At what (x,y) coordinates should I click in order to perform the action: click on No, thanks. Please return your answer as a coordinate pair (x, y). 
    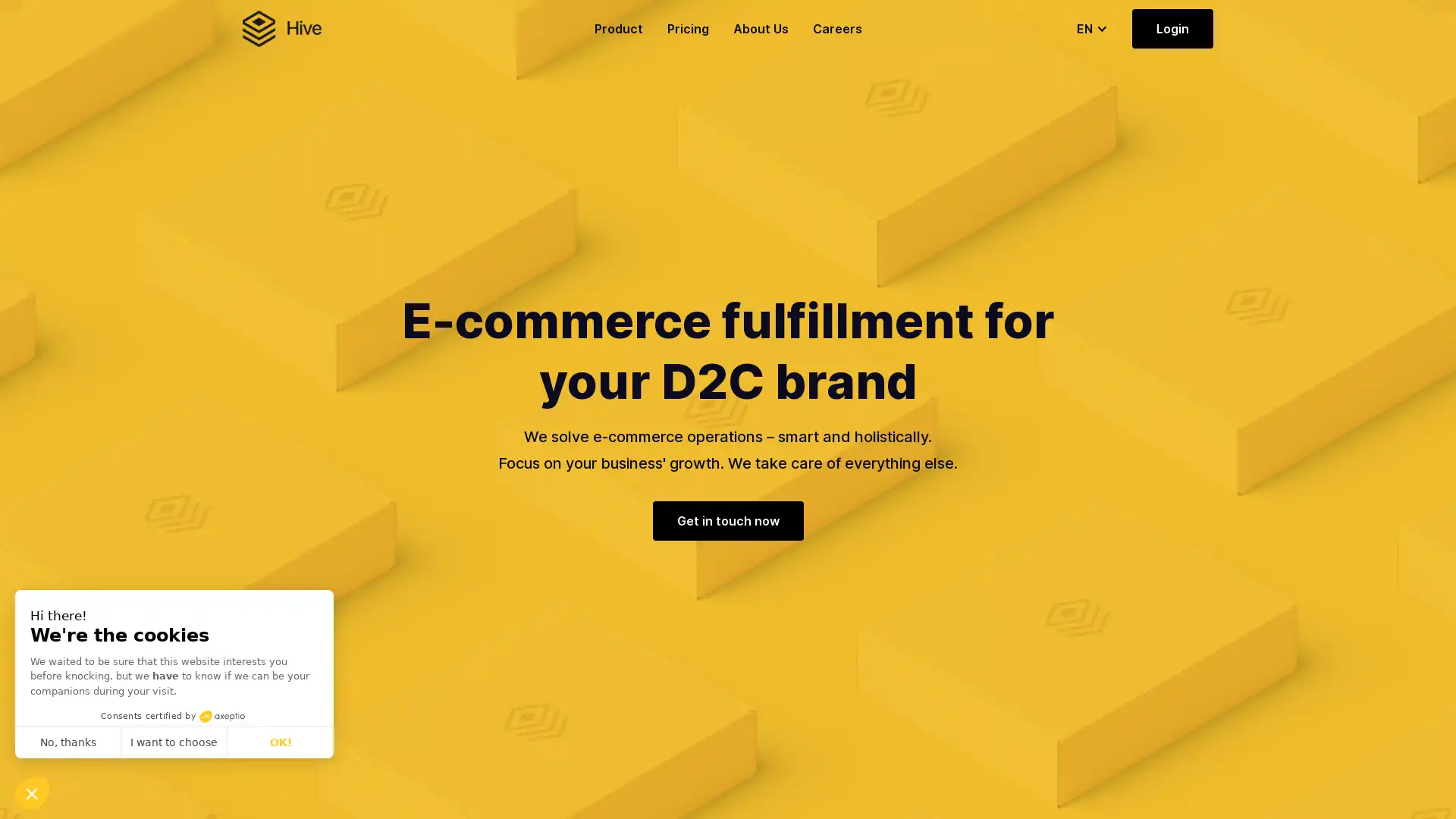
    Looking at the image, I should click on (67, 742).